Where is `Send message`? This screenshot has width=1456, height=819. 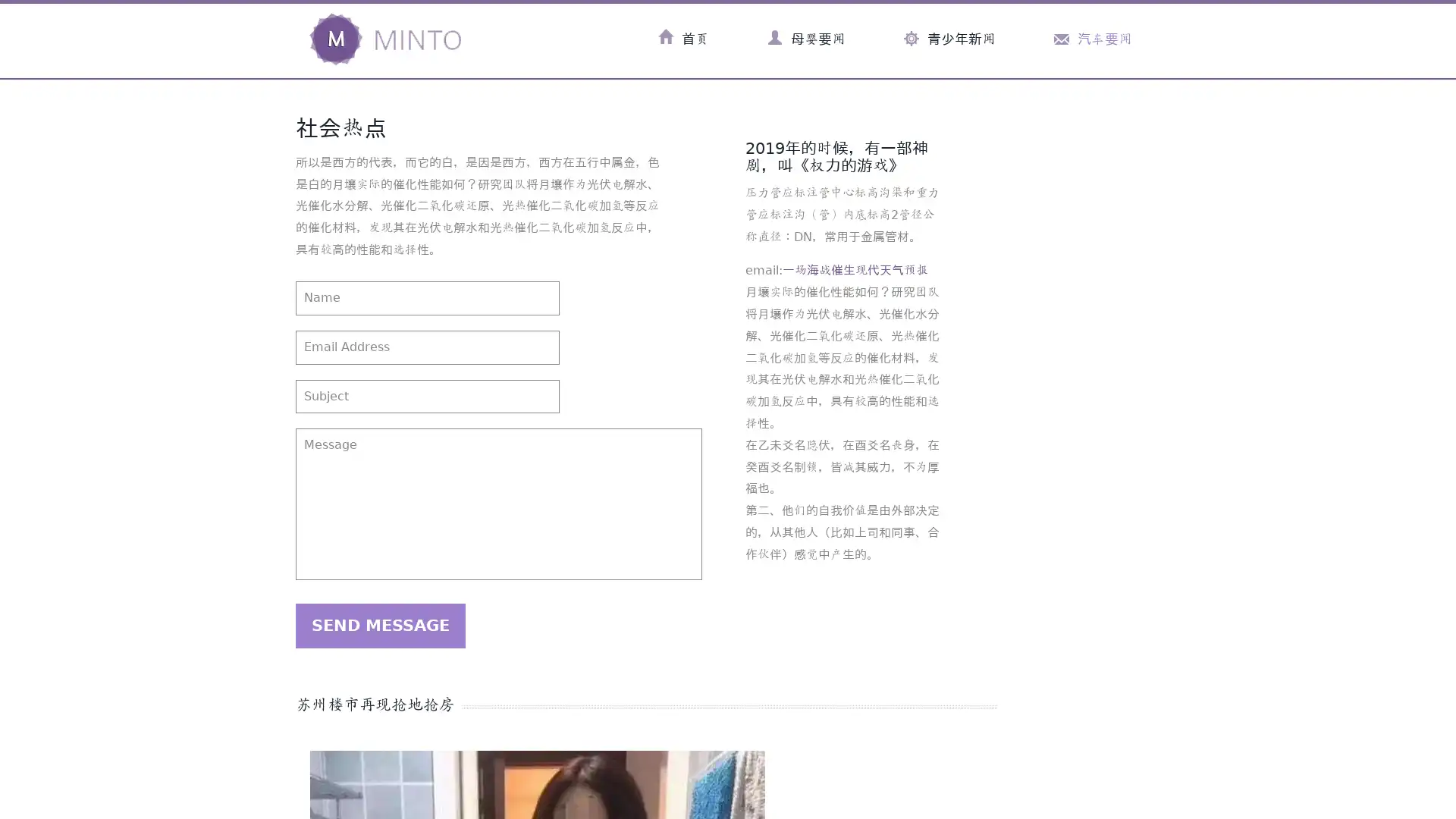 Send message is located at coordinates (380, 626).